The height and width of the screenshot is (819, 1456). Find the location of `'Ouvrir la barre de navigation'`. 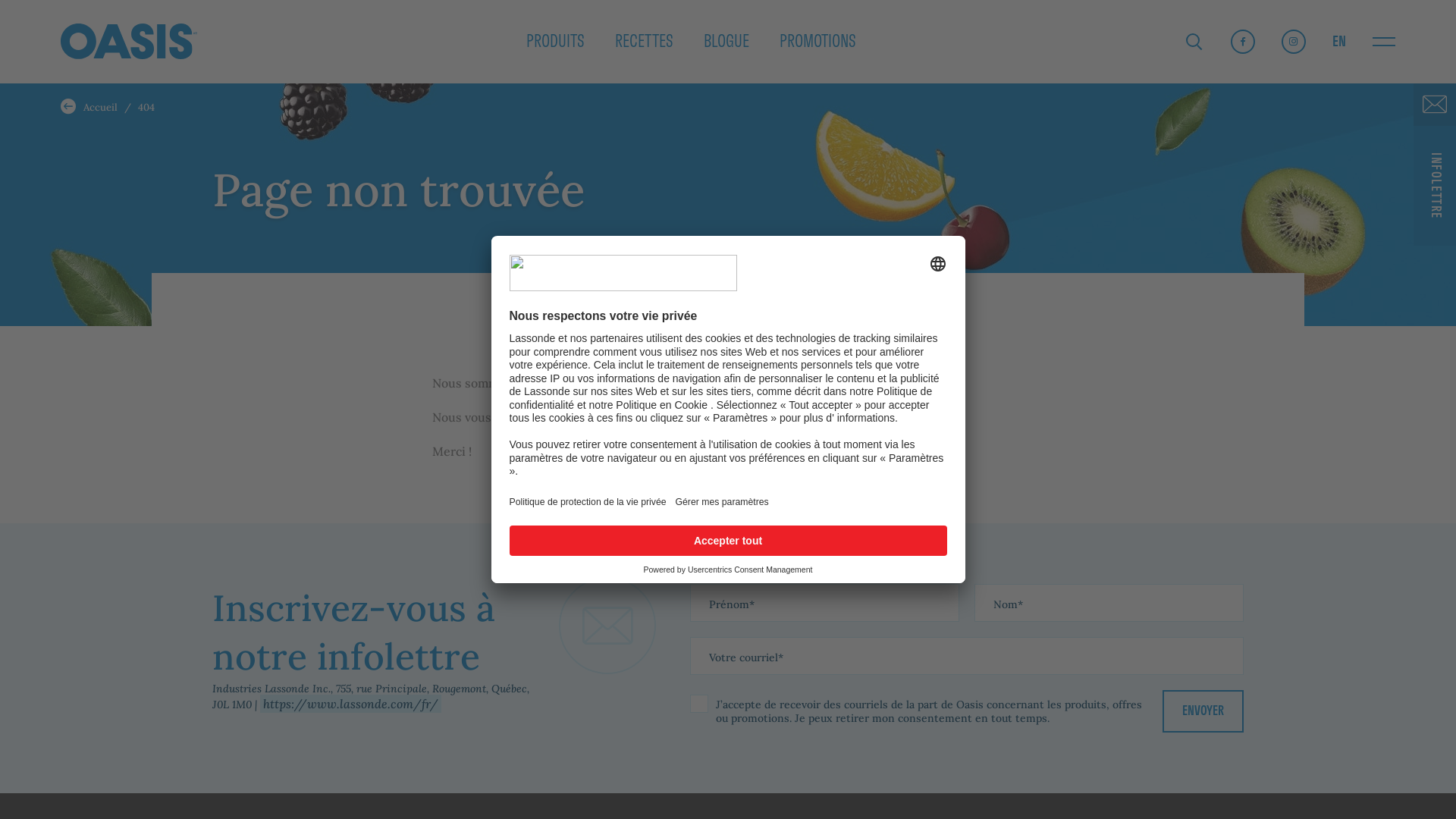

'Ouvrir la barre de navigation' is located at coordinates (1383, 40).